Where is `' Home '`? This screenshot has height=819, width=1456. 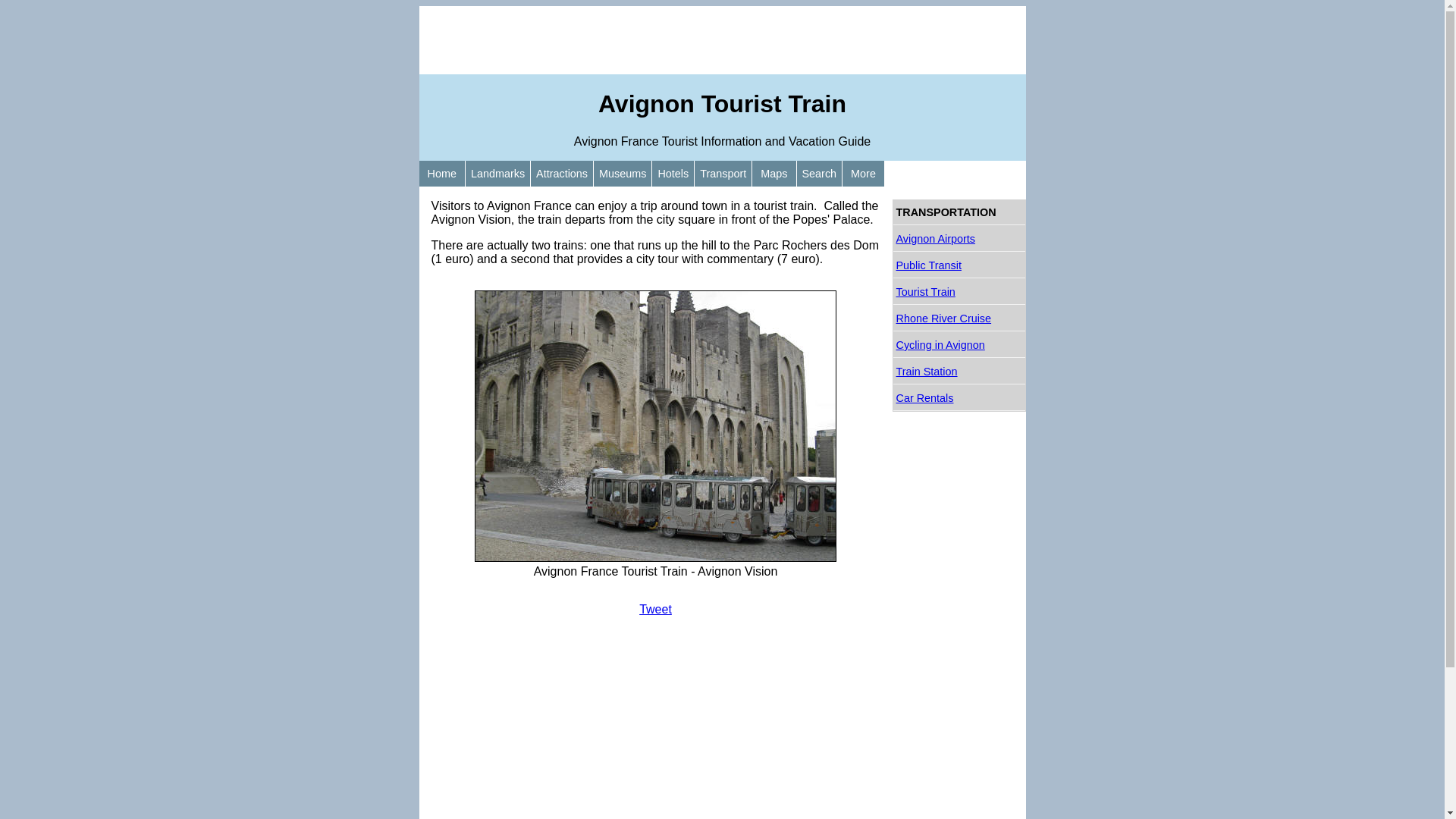 ' Home ' is located at coordinates (440, 172).